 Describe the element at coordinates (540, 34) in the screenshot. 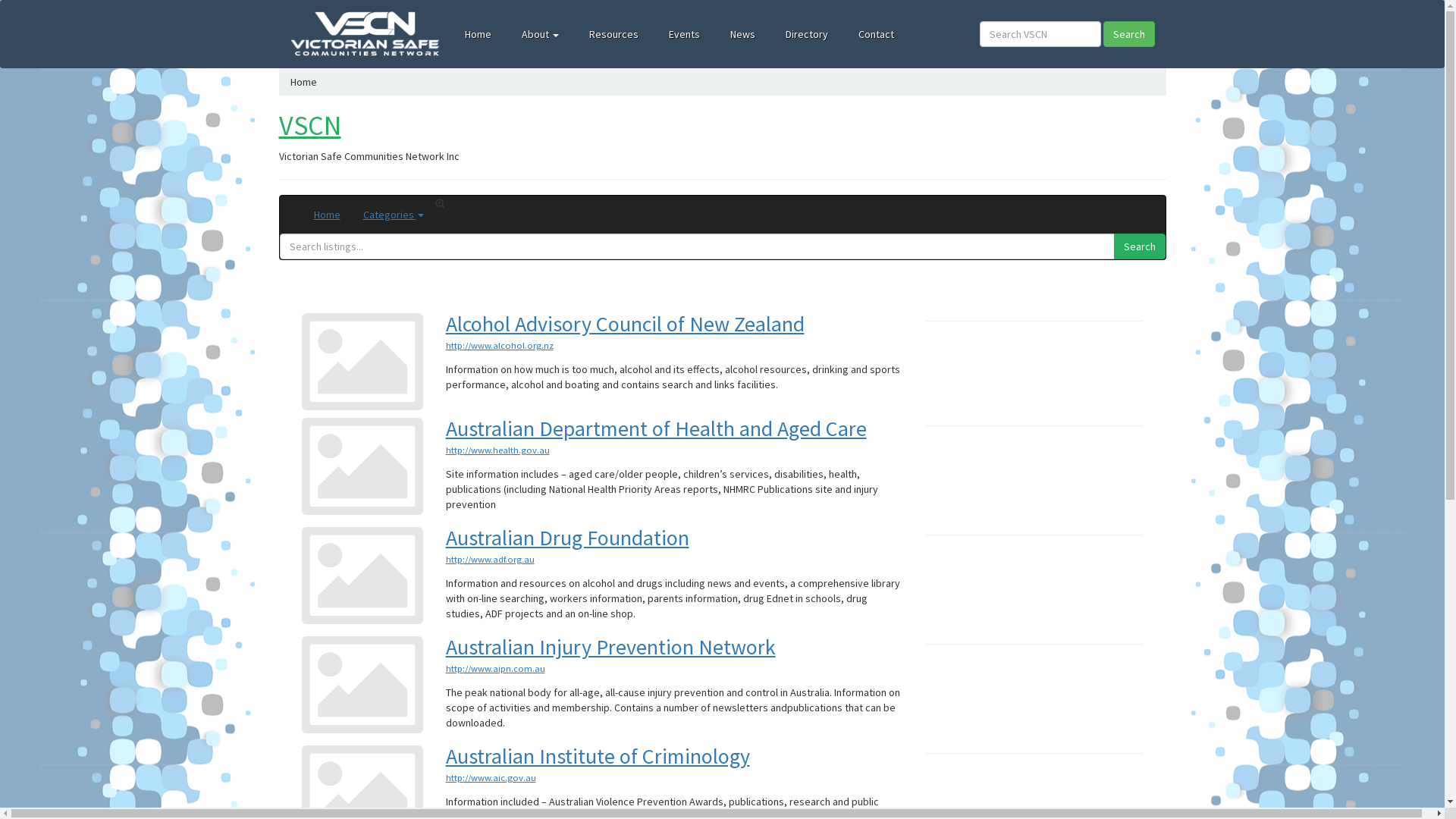

I see `'About'` at that location.